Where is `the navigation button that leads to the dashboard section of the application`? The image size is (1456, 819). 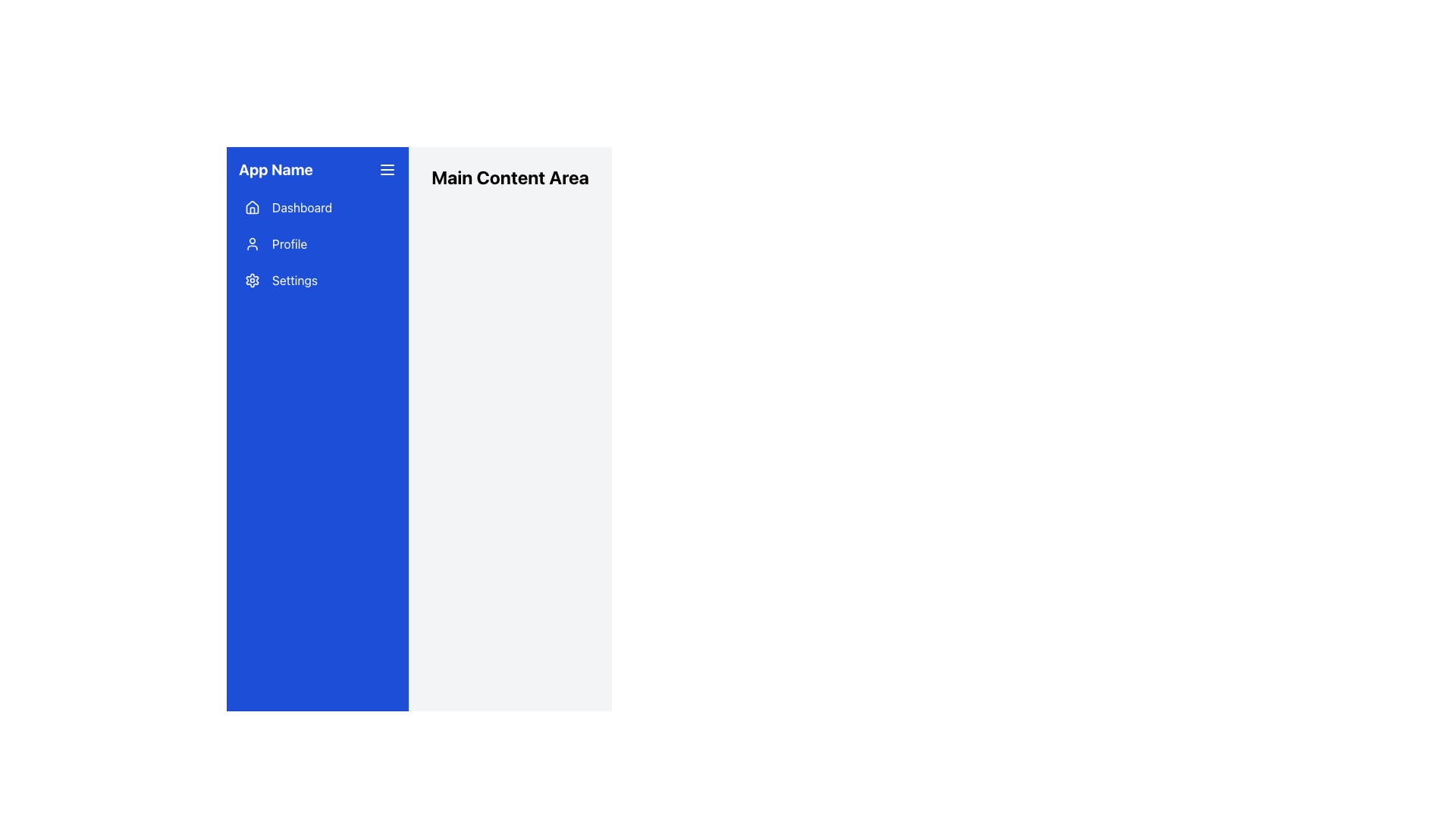
the navigation button that leads to the dashboard section of the application is located at coordinates (316, 207).